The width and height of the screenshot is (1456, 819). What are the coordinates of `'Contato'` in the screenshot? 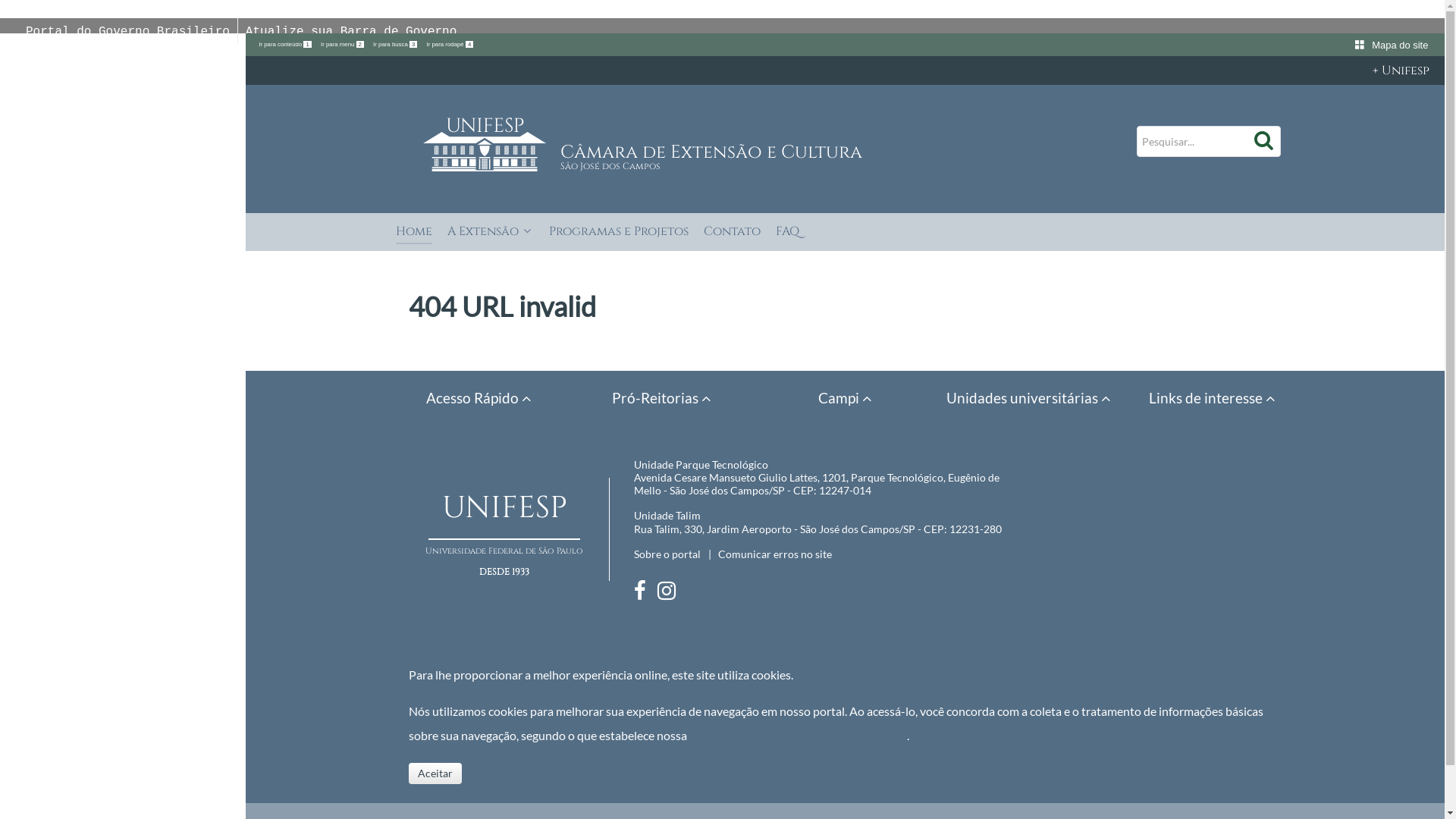 It's located at (732, 233).